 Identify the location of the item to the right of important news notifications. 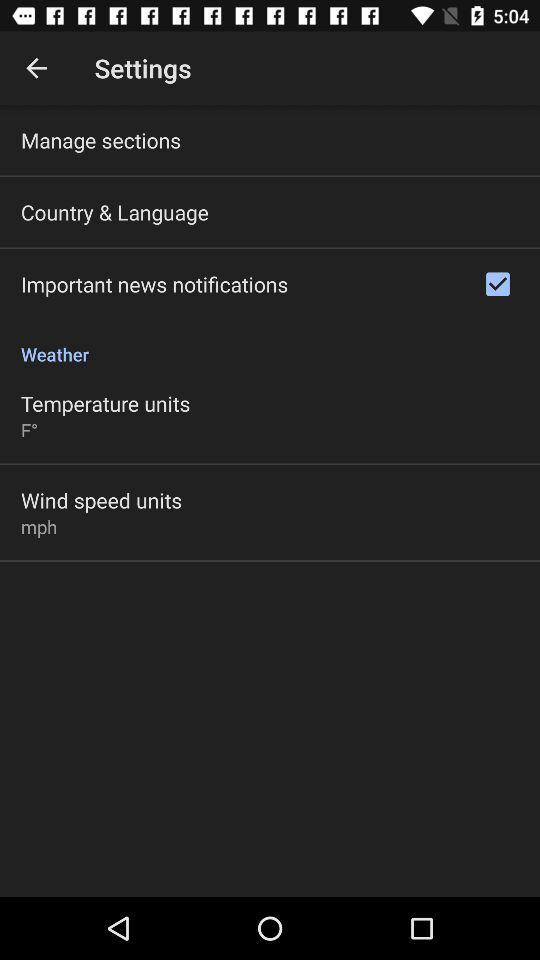
(496, 283).